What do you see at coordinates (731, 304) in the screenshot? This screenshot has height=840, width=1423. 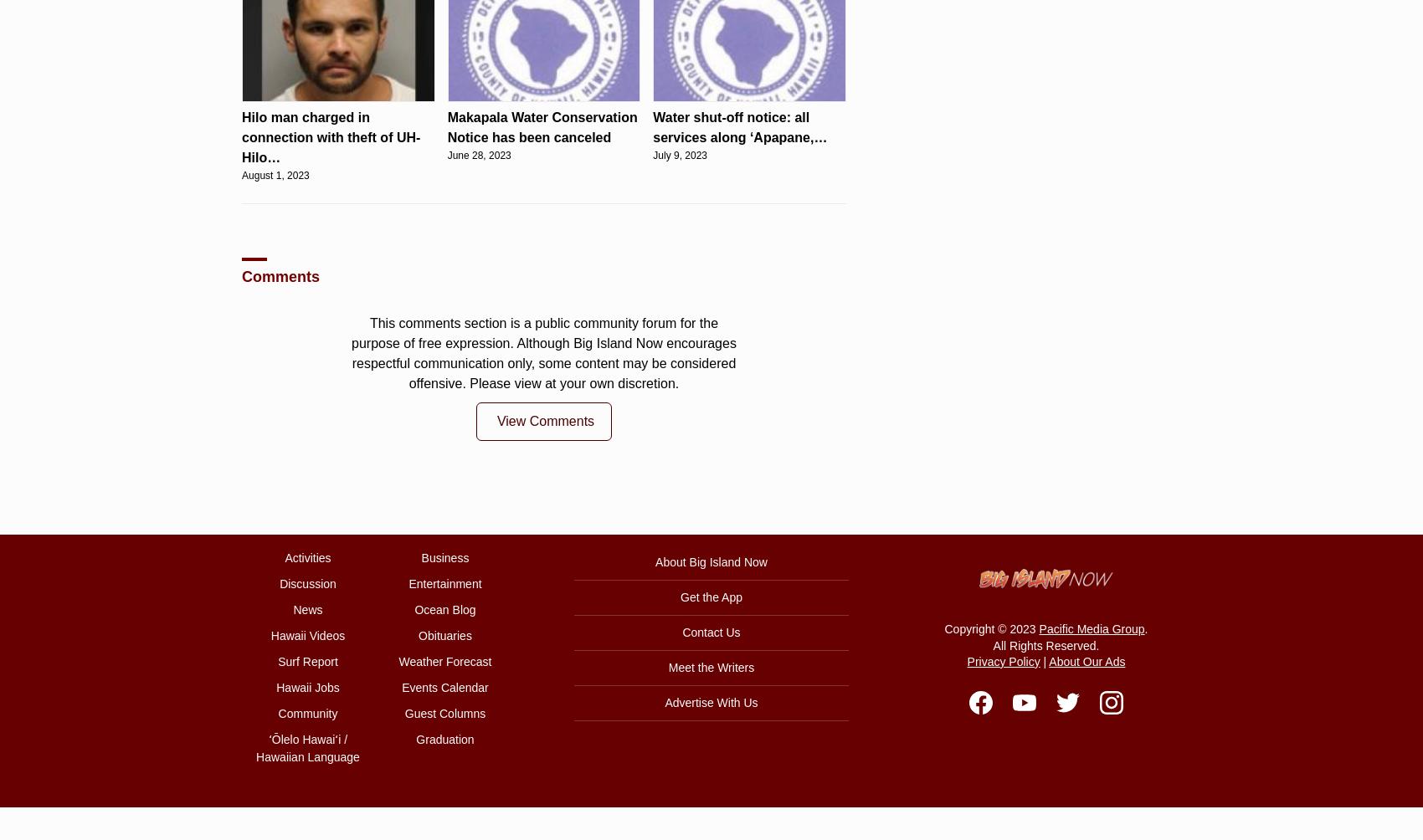 I see `'Post a Job Listing'` at bounding box center [731, 304].